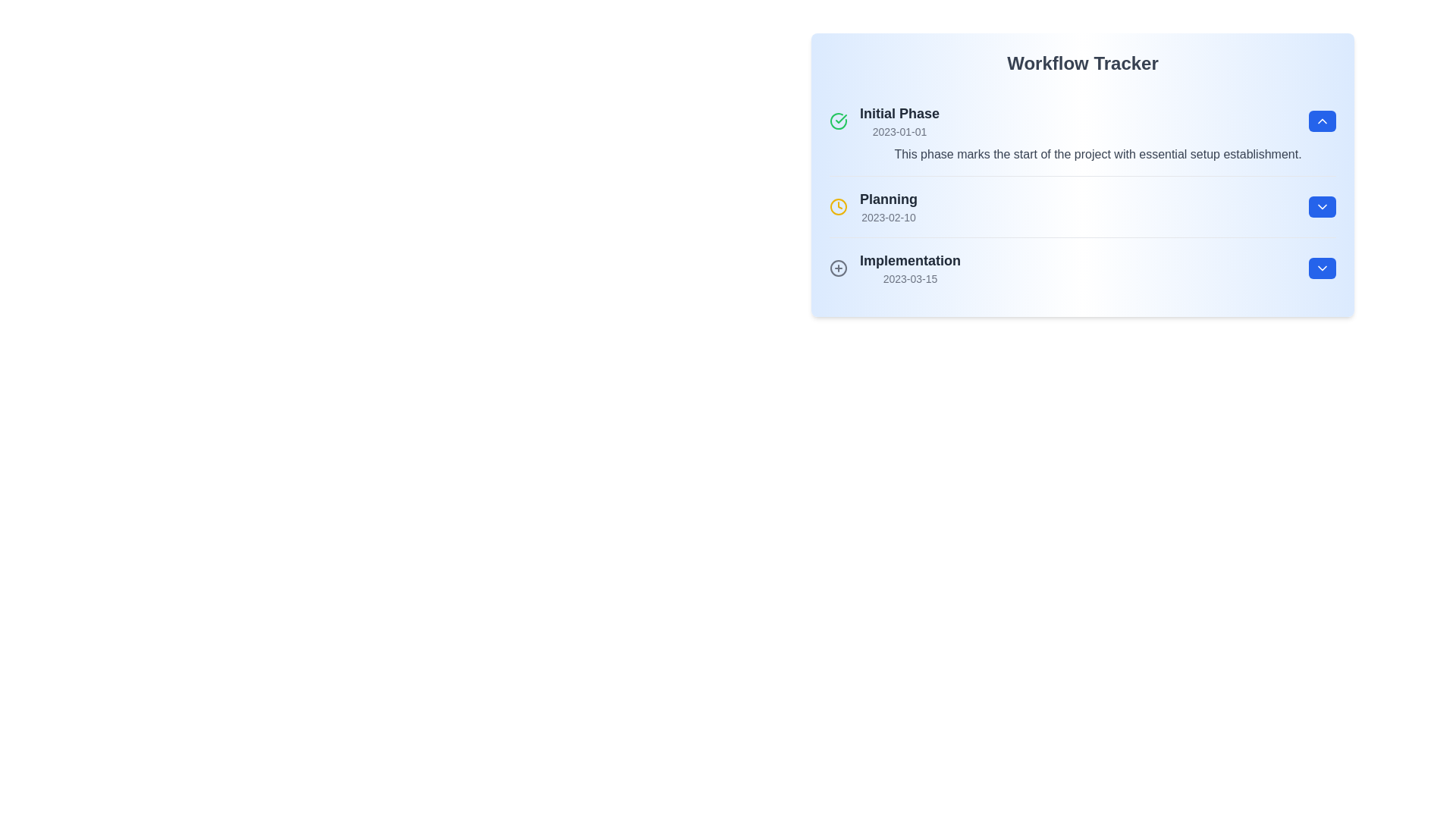 The image size is (1456, 819). What do you see at coordinates (895, 268) in the screenshot?
I see `the 'Implementation' phase title in the Workflow Tracker panel` at bounding box center [895, 268].